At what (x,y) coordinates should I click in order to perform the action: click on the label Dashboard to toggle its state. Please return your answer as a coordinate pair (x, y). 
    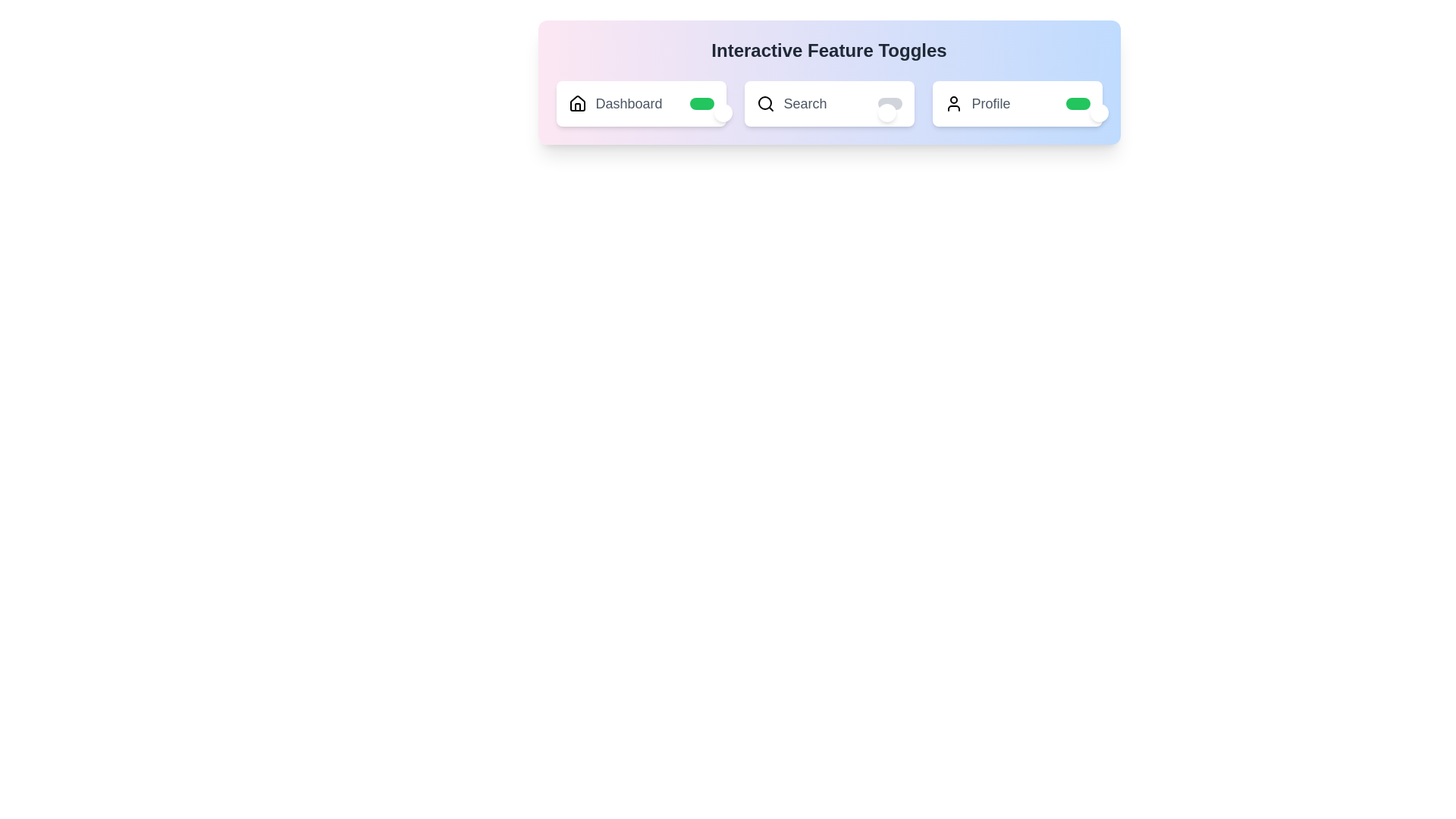
    Looking at the image, I should click on (641, 103).